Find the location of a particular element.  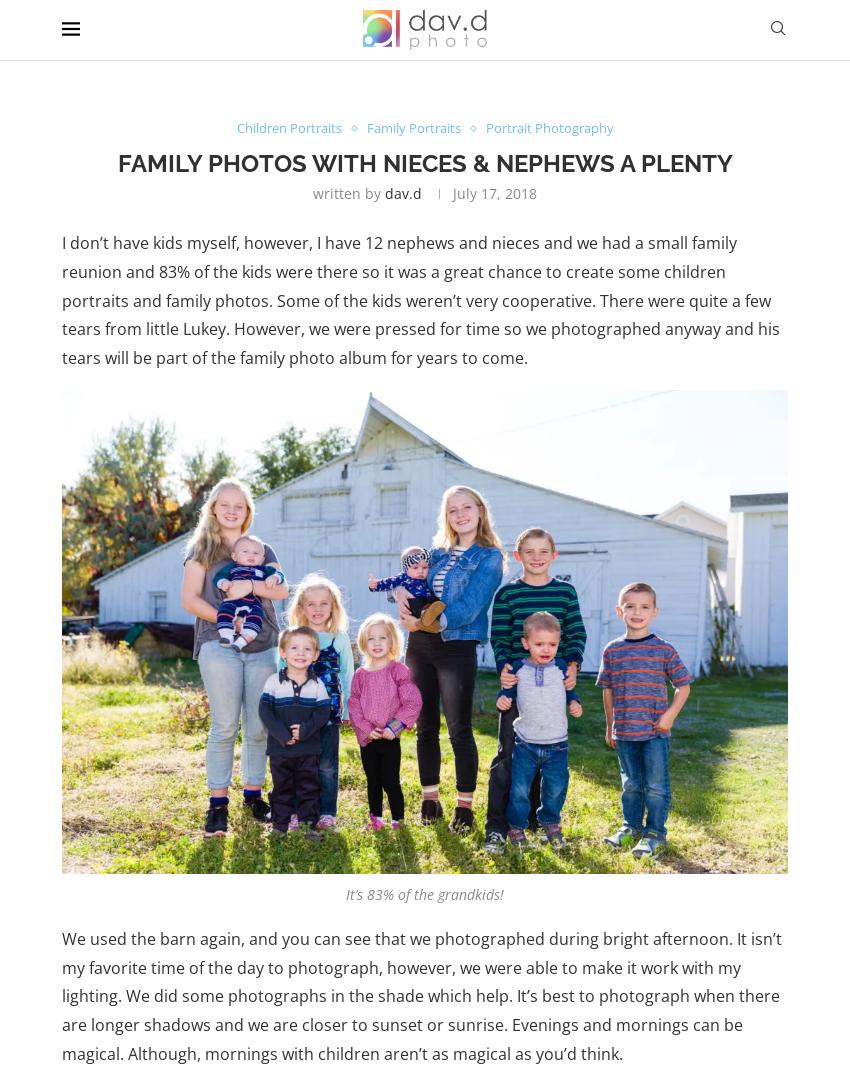

'written by' is located at coordinates (348, 192).